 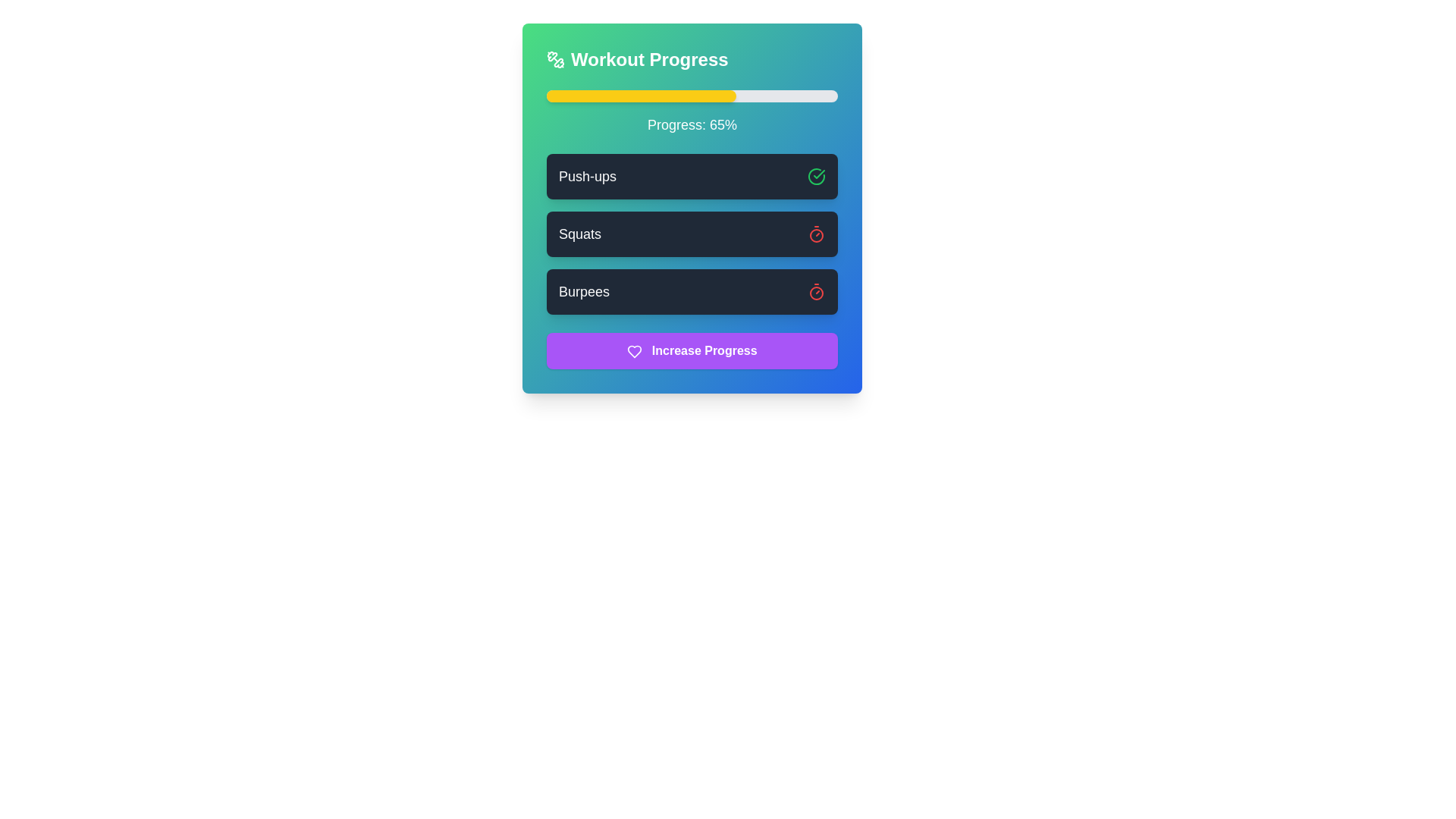 What do you see at coordinates (583, 292) in the screenshot?
I see `the non-interactive text label displaying the name of the exercise 'Burpees', which is the third item in the vertically-aligned list of workout activities` at bounding box center [583, 292].